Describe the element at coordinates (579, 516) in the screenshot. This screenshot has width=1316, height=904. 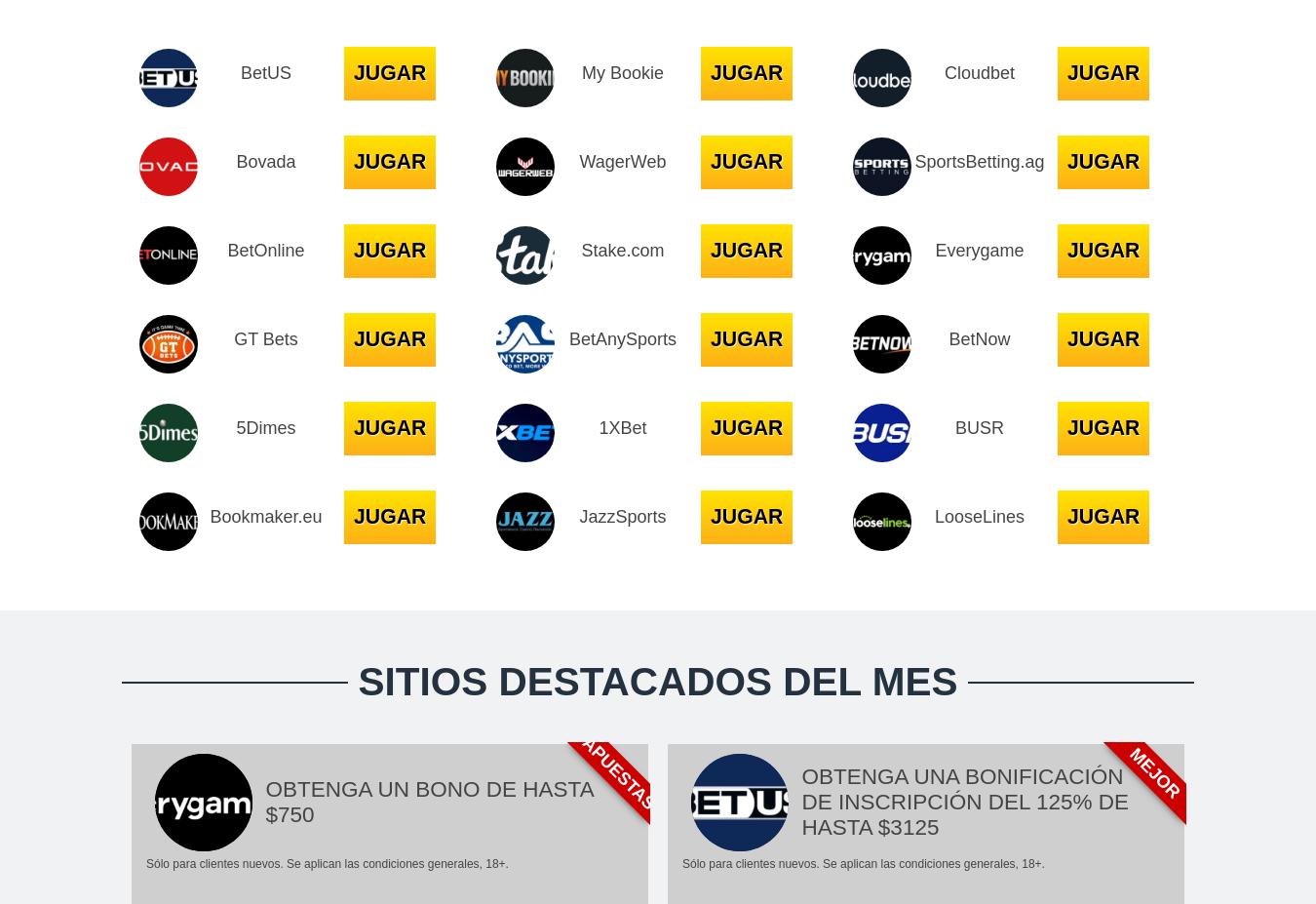
I see `'JazzSports'` at that location.